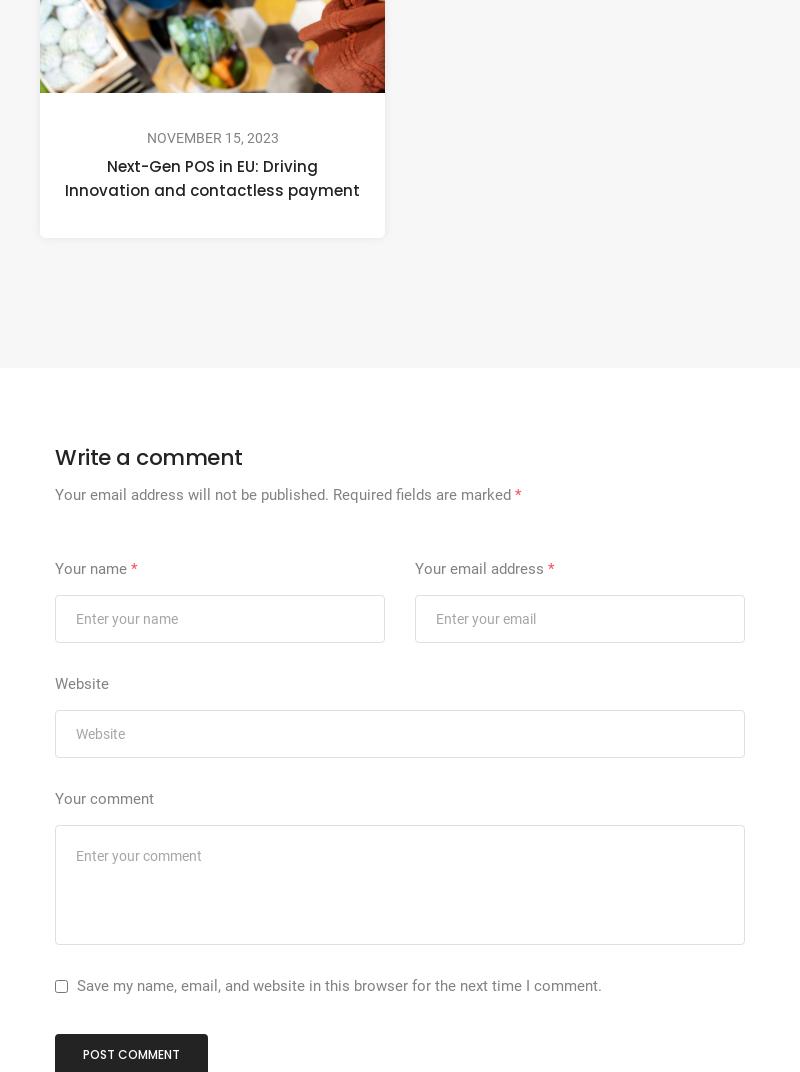  I want to click on 'Save my name, email, and website in this browser for the next time I comment.', so click(339, 983).